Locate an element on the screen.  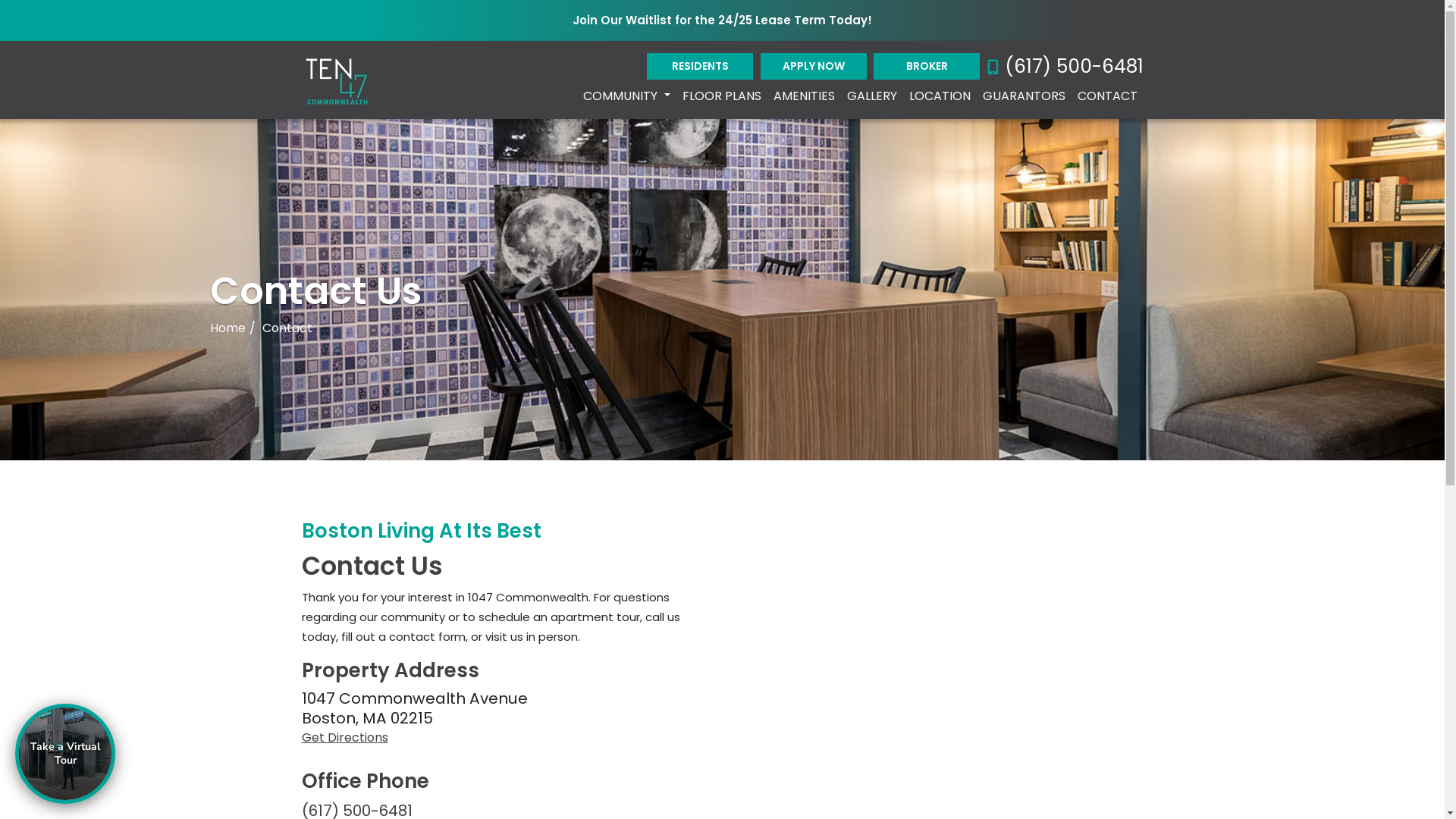
'RESIDENTS' is located at coordinates (698, 65).